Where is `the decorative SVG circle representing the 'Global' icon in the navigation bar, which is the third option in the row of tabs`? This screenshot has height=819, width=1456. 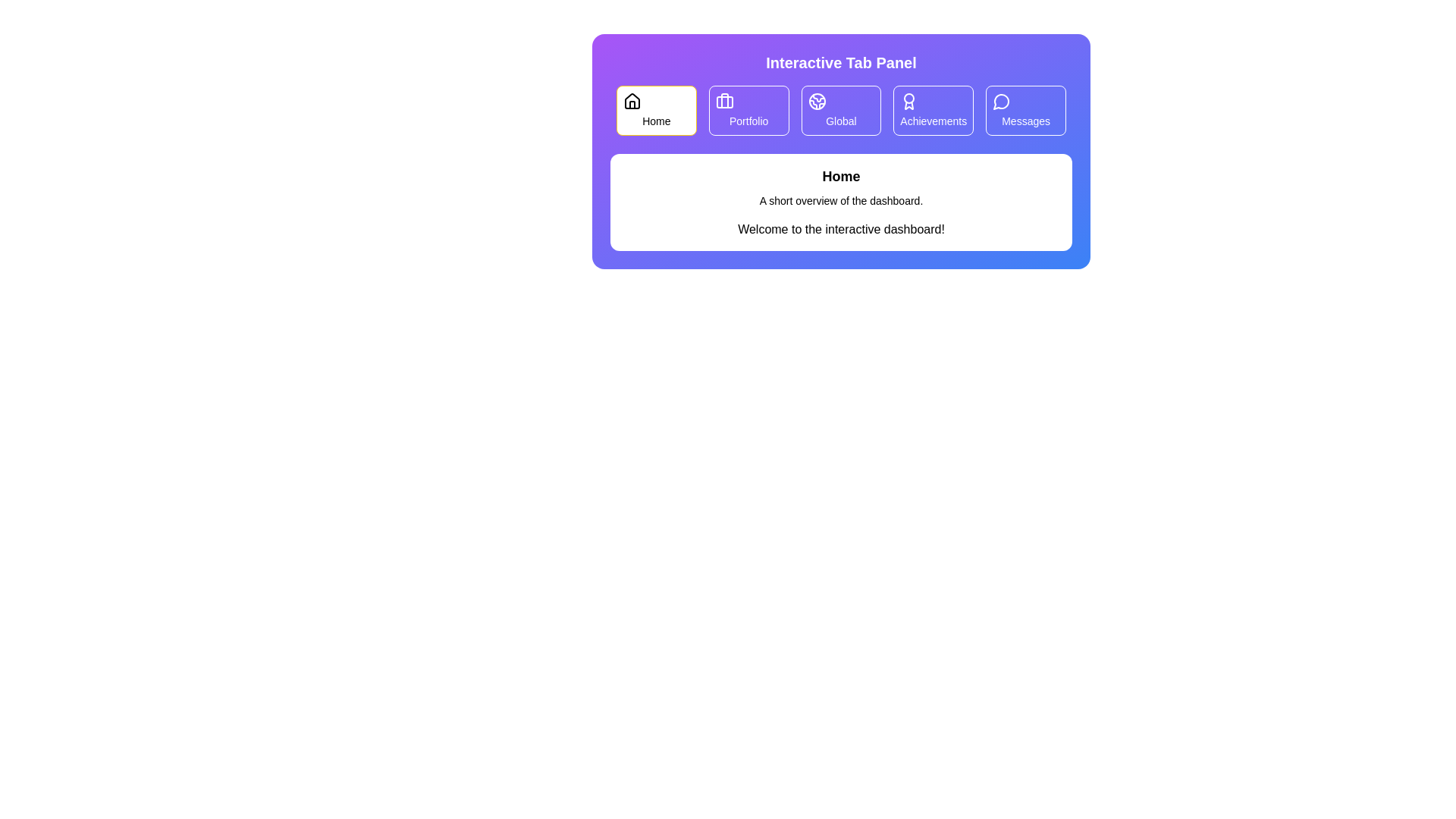
the decorative SVG circle representing the 'Global' icon in the navigation bar, which is the third option in the row of tabs is located at coordinates (816, 102).